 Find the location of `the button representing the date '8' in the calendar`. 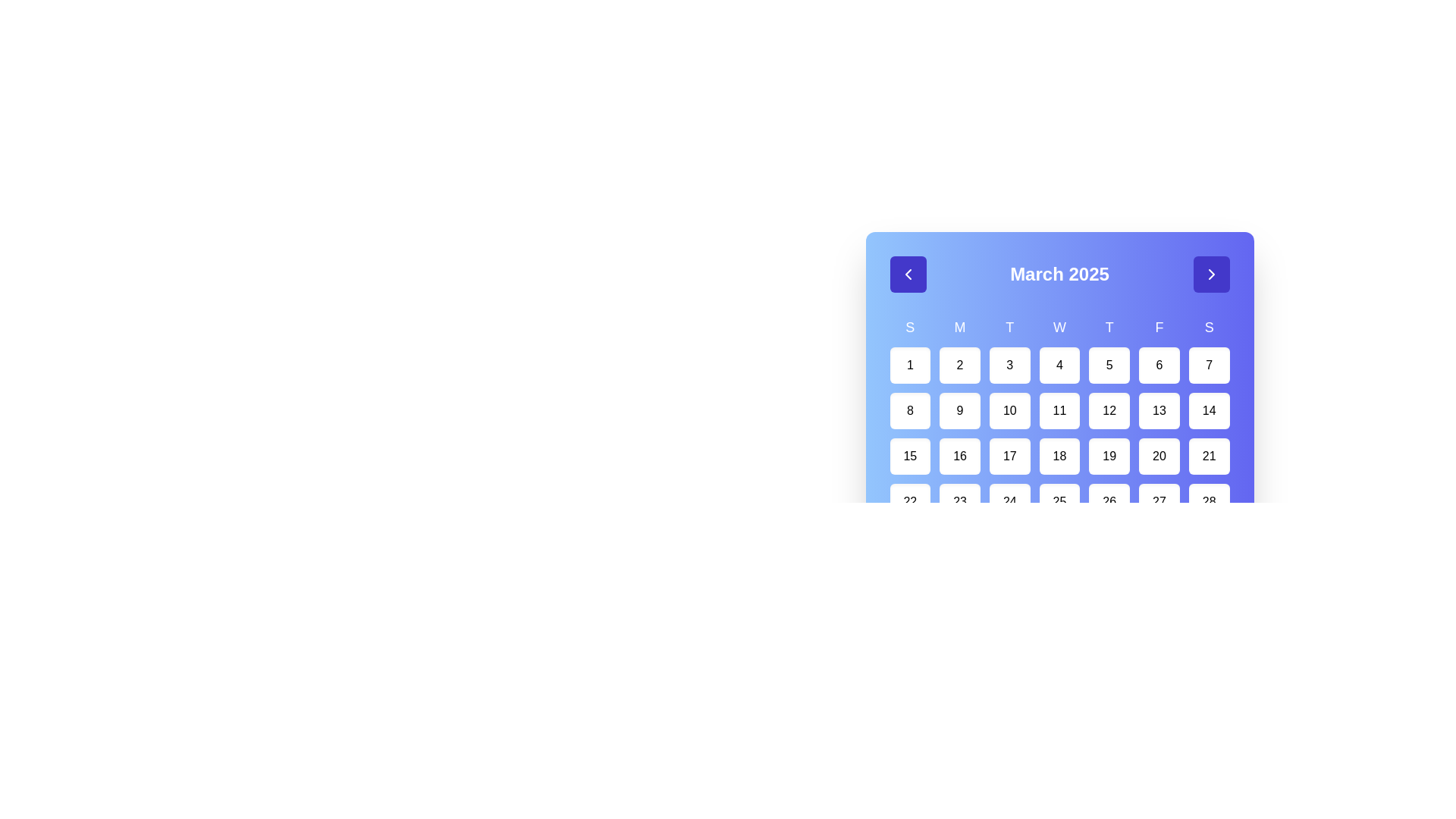

the button representing the date '8' in the calendar is located at coordinates (910, 411).